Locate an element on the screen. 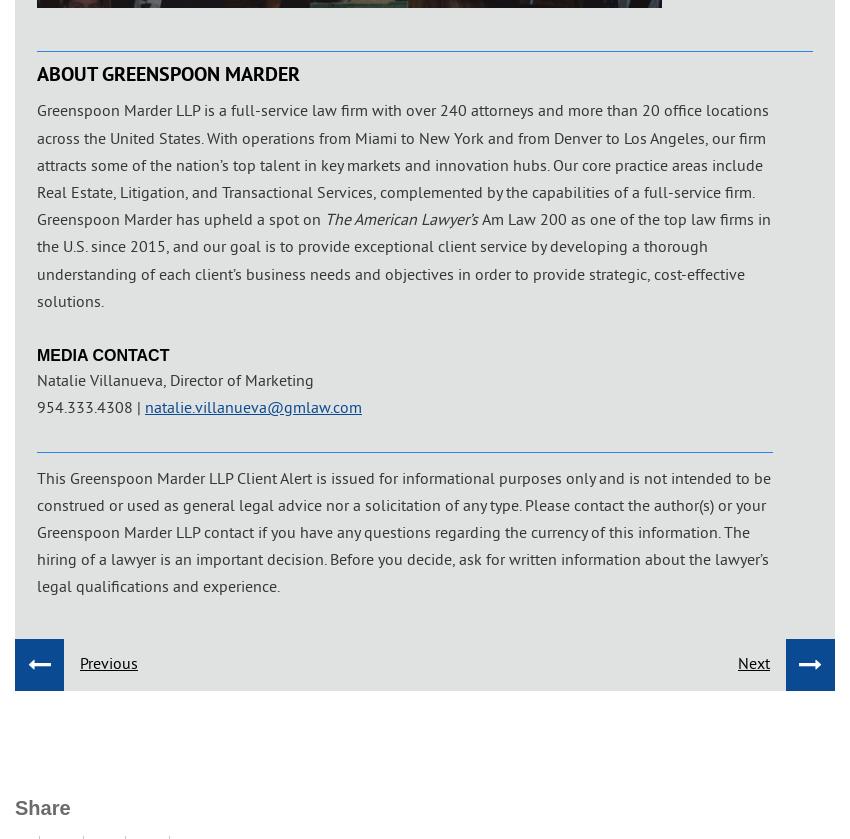 The height and width of the screenshot is (839, 850). 'Previous' is located at coordinates (107, 660).